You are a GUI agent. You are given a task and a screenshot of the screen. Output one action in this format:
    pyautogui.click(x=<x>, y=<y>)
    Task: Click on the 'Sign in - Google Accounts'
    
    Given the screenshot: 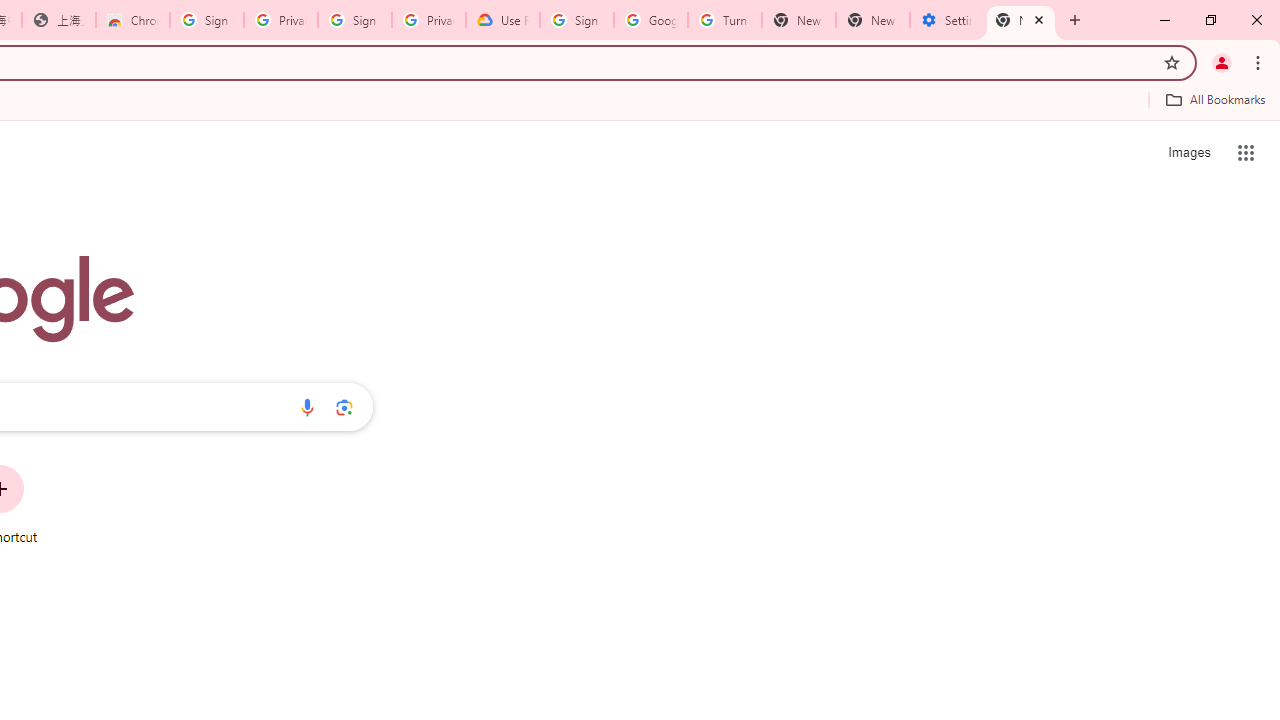 What is the action you would take?
    pyautogui.click(x=207, y=20)
    